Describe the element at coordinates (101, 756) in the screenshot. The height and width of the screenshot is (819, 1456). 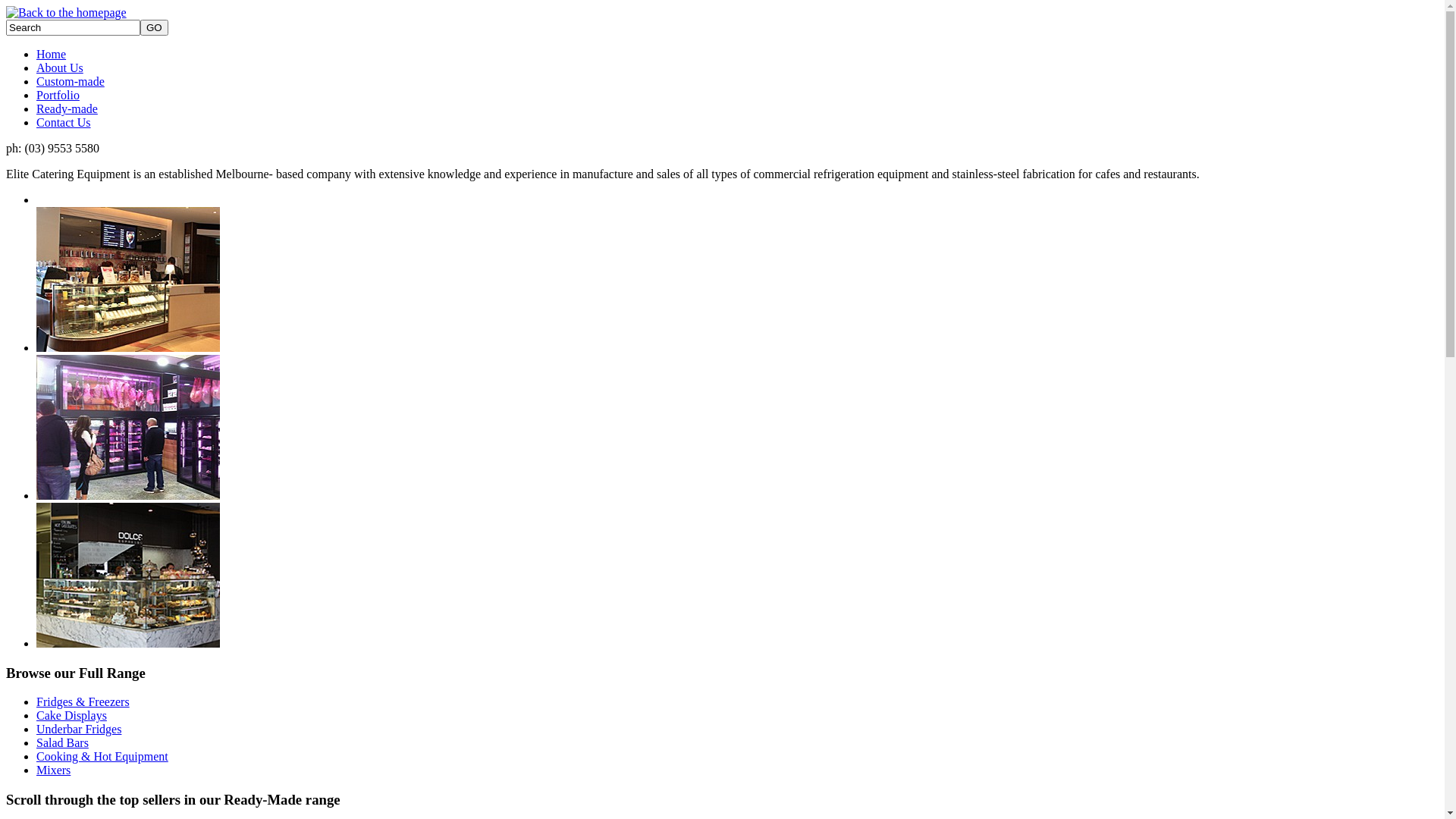
I see `'Cooking & Hot Equipment'` at that location.